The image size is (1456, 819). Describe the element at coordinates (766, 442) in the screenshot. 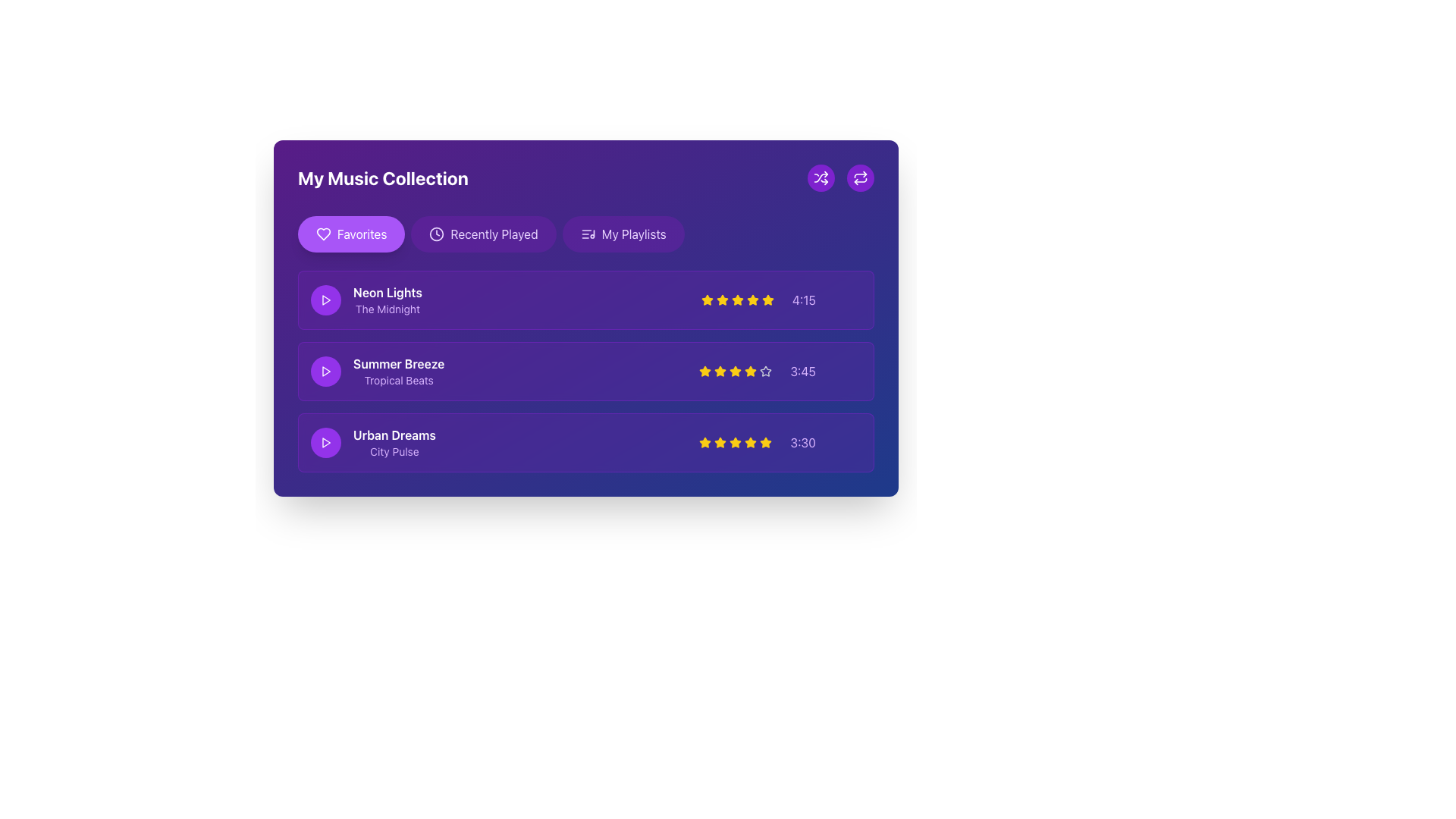

I see `the fifth star icon in the horizontal row of yellow stars to rate the song 'Urban Dreams'` at that location.